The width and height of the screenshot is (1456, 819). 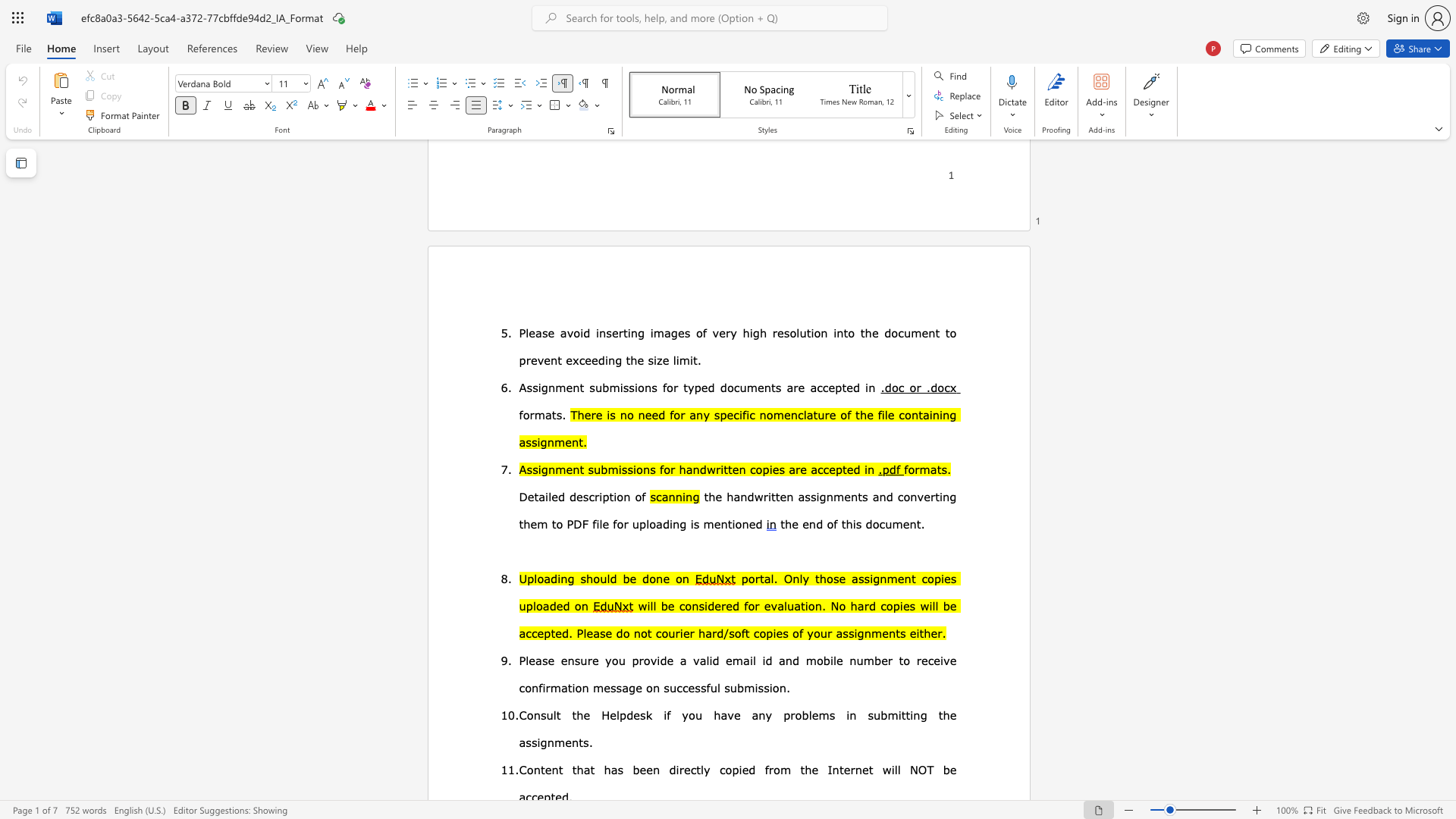 What do you see at coordinates (705, 468) in the screenshot?
I see `the subset text "writt" within the text "Assignment submissions for handwritten copies are accepted in"` at bounding box center [705, 468].